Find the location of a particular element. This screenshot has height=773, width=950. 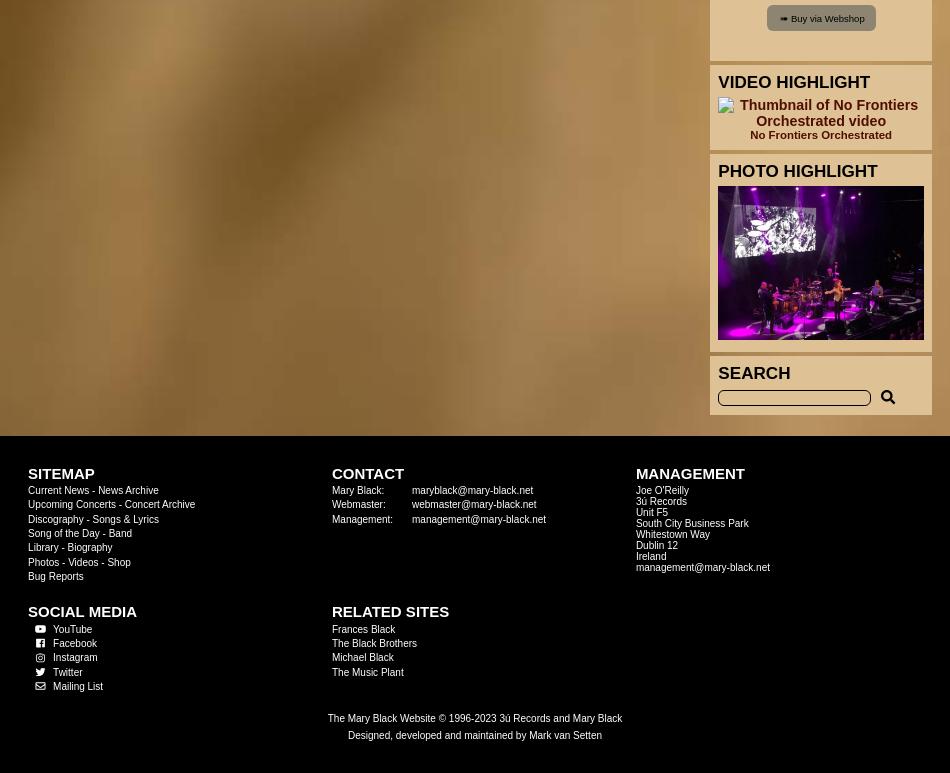

'Shop' is located at coordinates (118, 560).